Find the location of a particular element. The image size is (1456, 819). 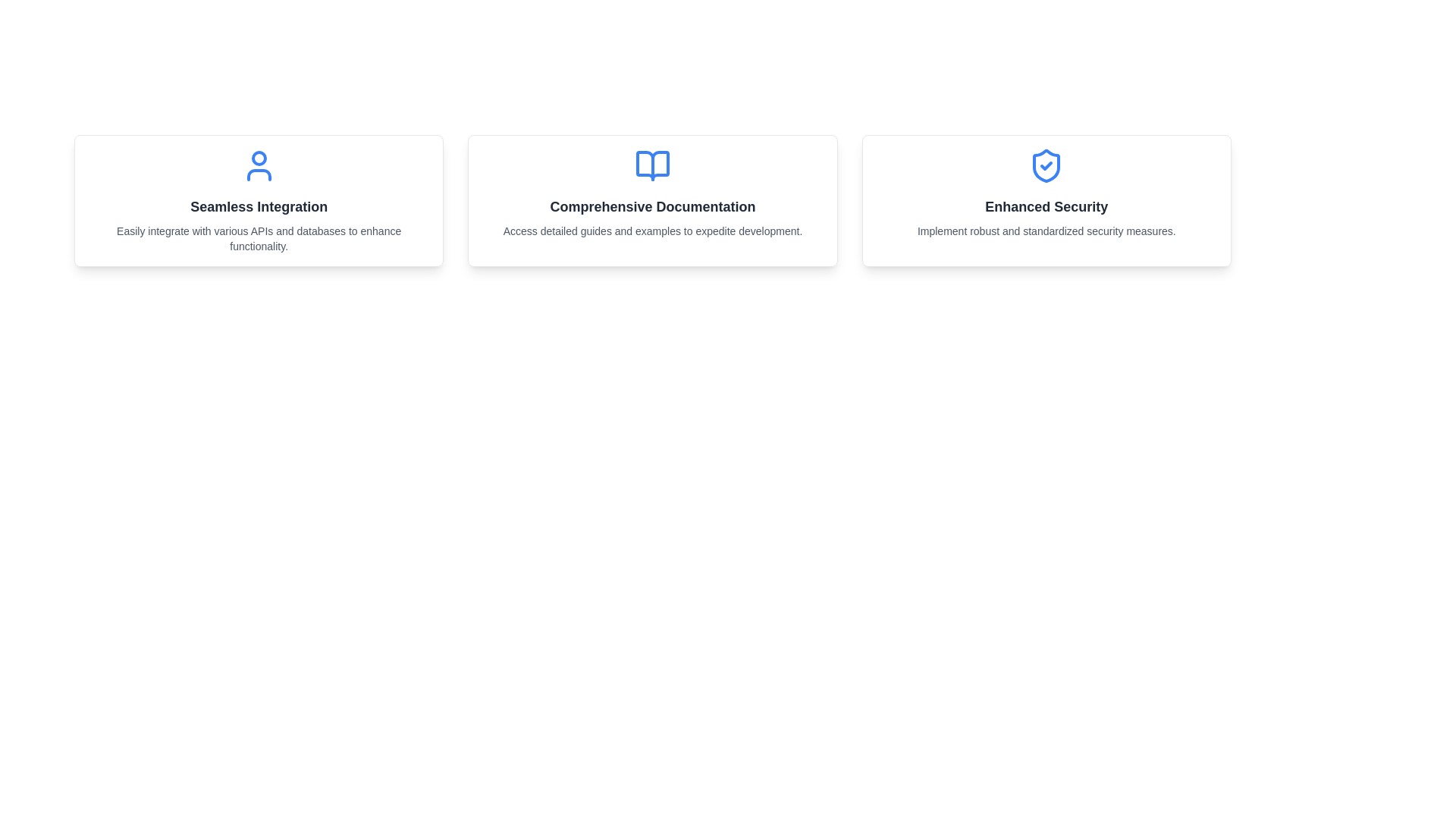

the blue person SVG icon located in the first card above the text 'Seamless Integration' is located at coordinates (259, 166).